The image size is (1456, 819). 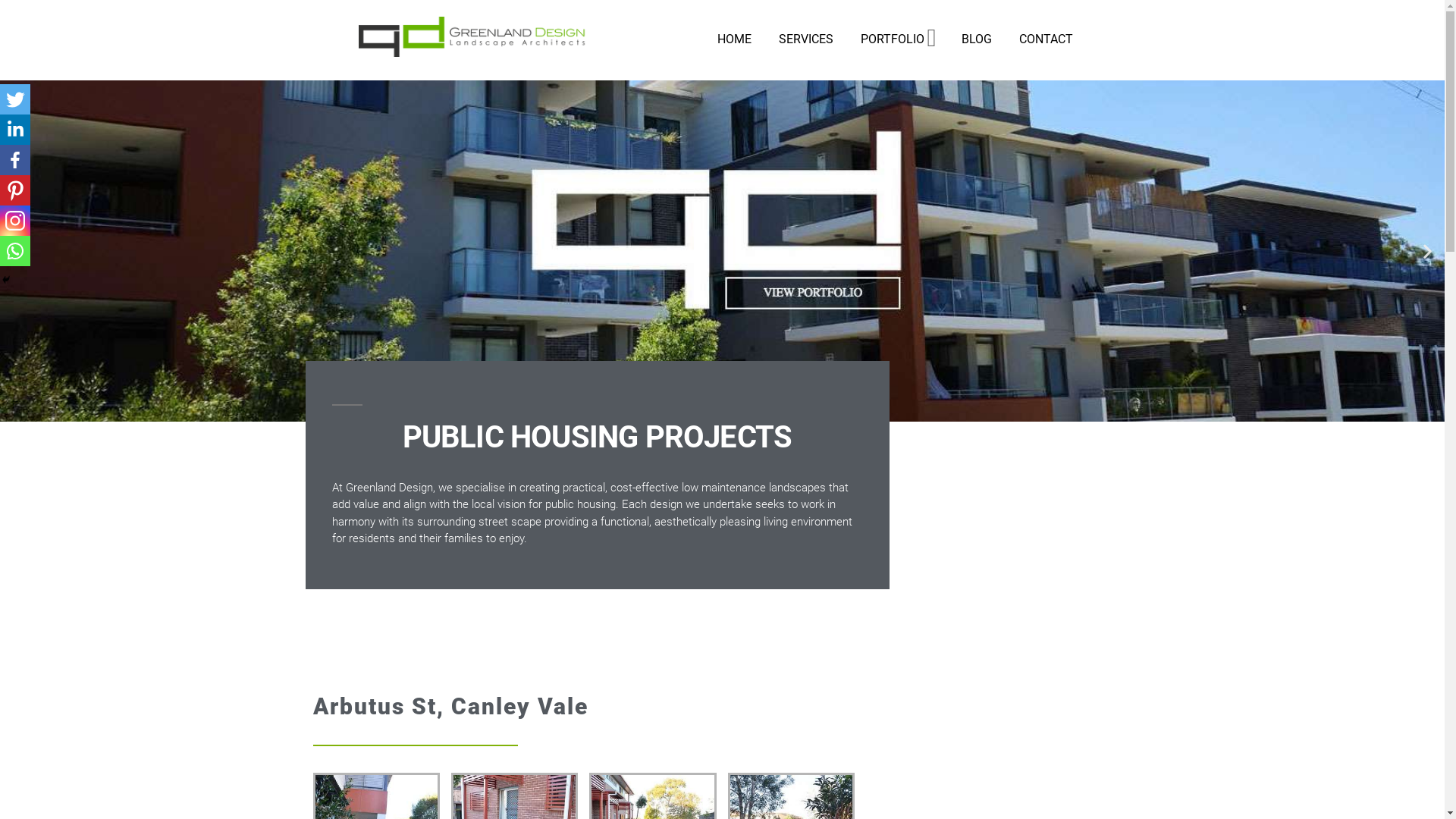 I want to click on 'Facebook', so click(x=14, y=160).